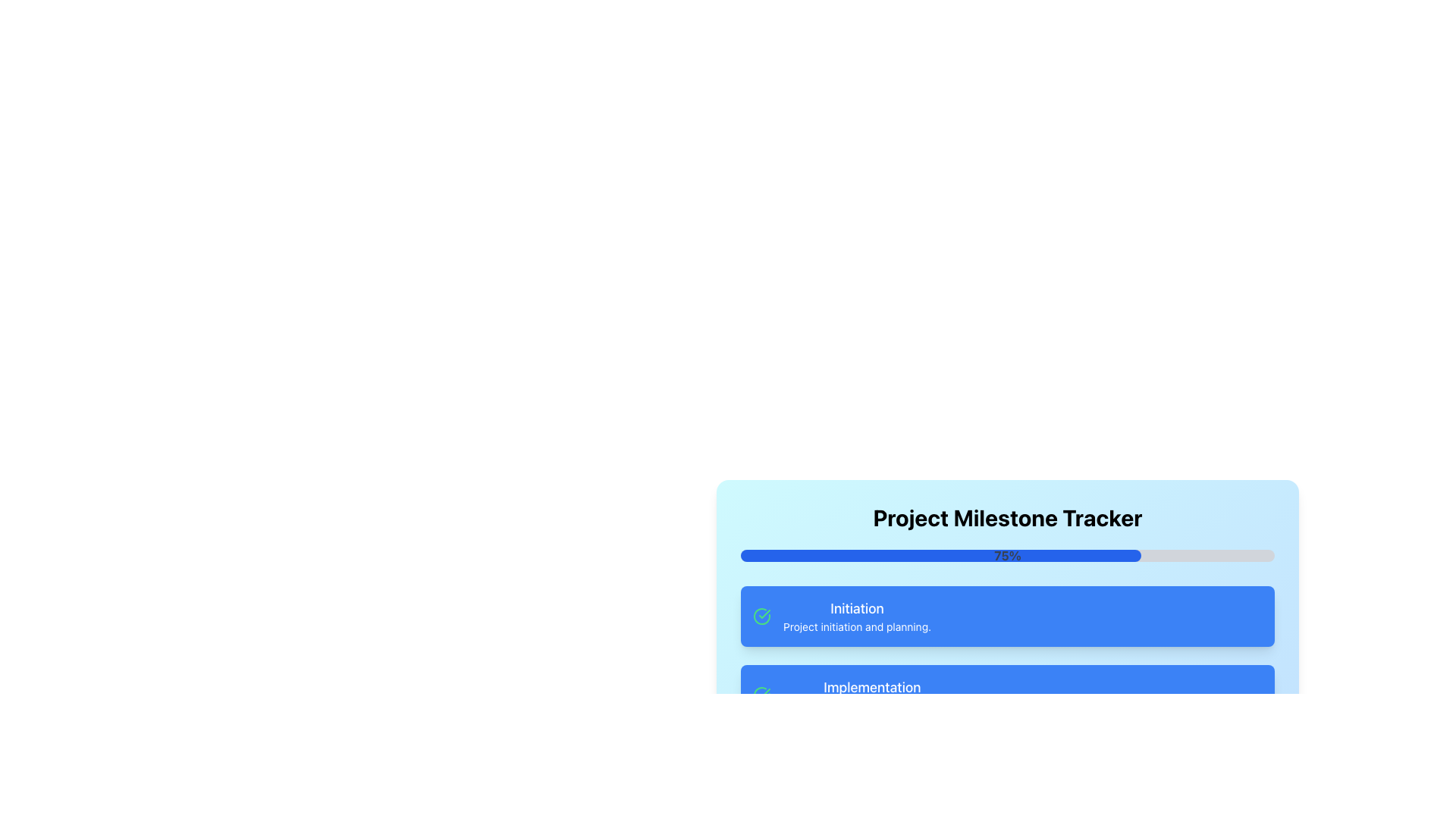 The width and height of the screenshot is (1456, 819). What do you see at coordinates (940, 555) in the screenshot?
I see `the progress bar that visually represents 75% completion, located below the 'Project Milestone Tracker' heading` at bounding box center [940, 555].